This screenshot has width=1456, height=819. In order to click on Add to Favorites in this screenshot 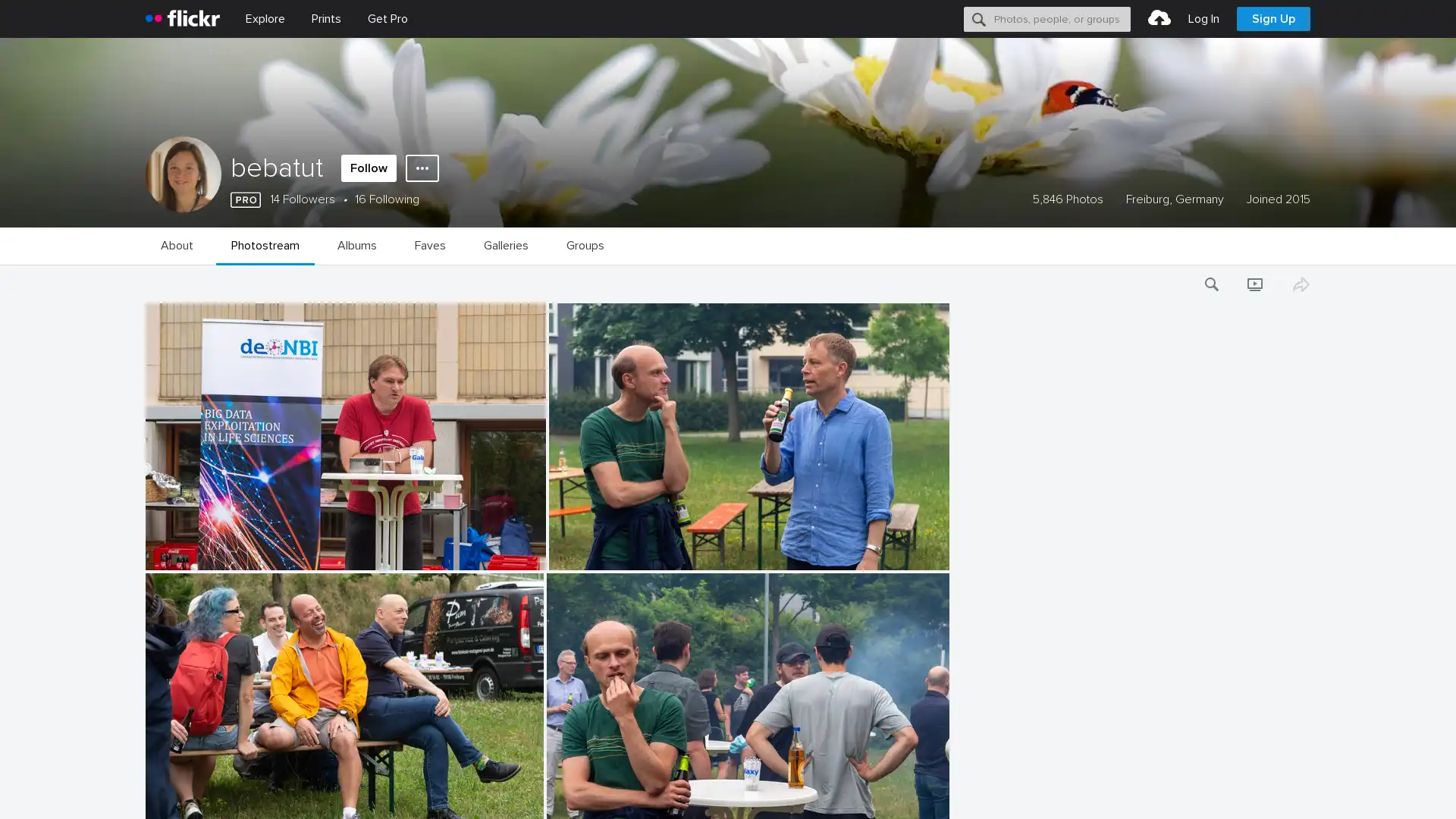, I will do `click(495, 549)`.